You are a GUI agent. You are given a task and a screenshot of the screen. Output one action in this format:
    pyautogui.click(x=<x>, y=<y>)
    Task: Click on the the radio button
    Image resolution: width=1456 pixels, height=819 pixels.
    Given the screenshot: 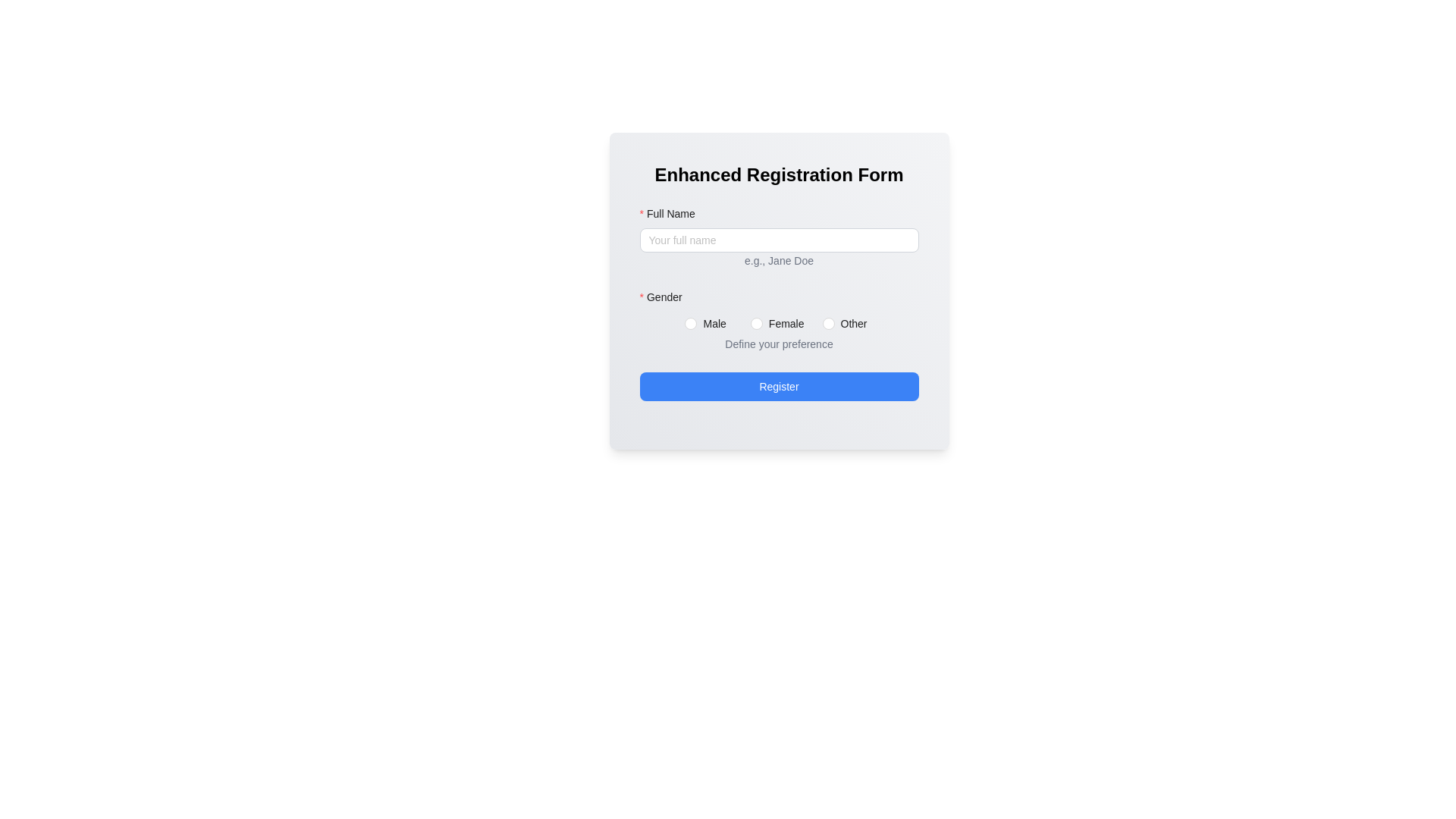 What is the action you would take?
    pyautogui.click(x=779, y=323)
    